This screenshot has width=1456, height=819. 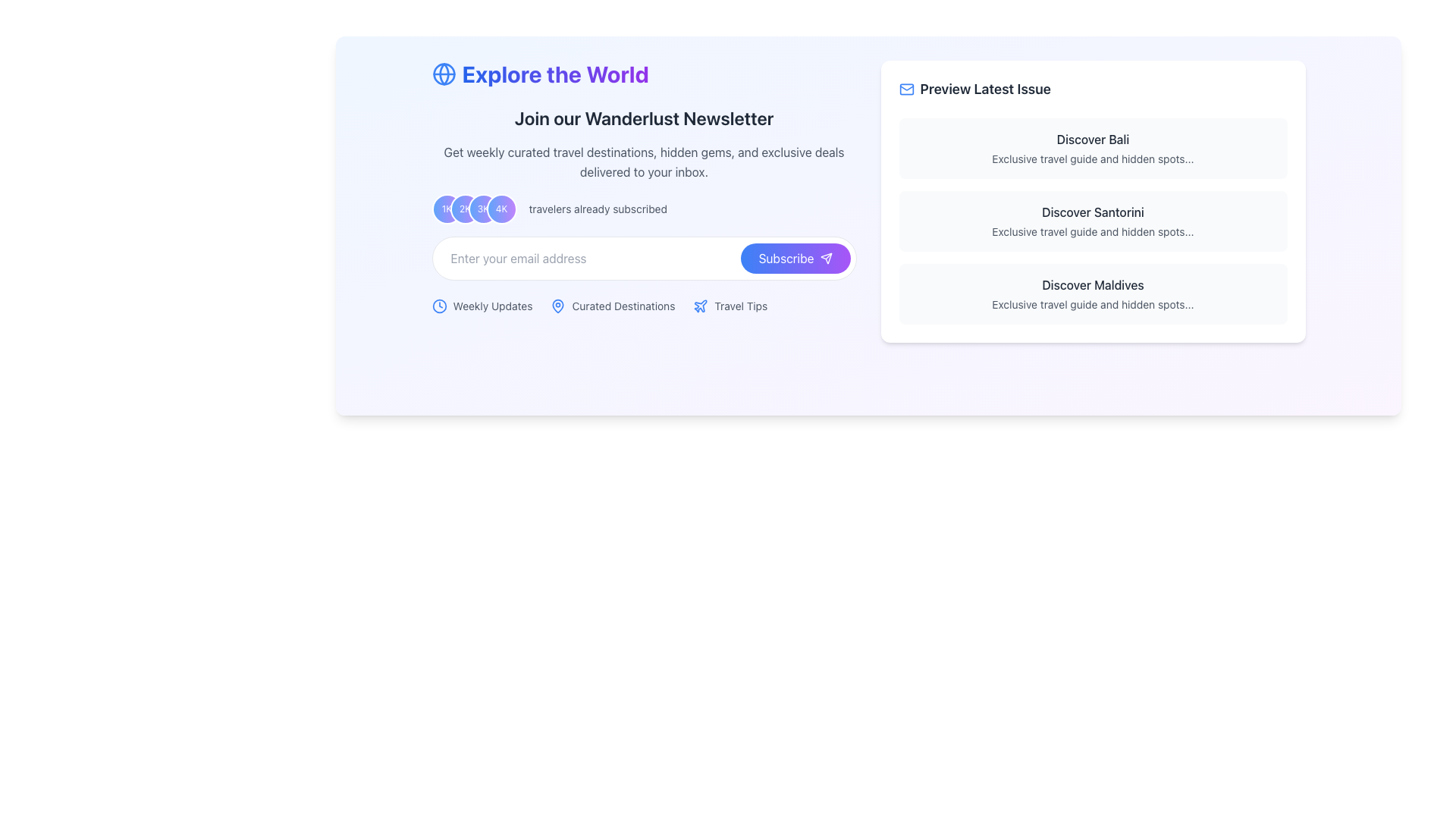 I want to click on the decorative component of the envelope icon located to the right of the 'Subscribe' button, which symbolizes email functionality, so click(x=906, y=88).